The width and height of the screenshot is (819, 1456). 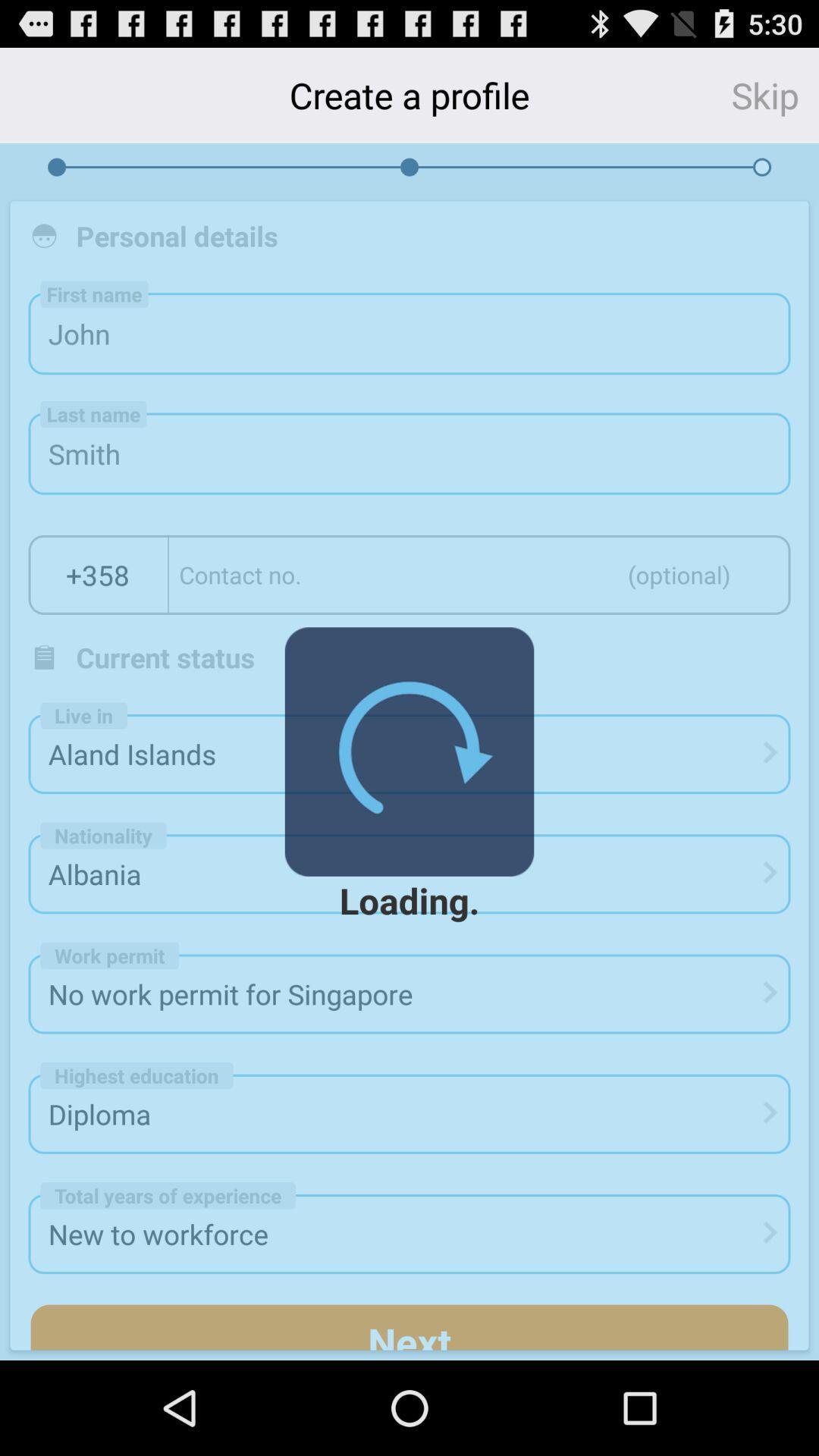 What do you see at coordinates (775, 94) in the screenshot?
I see `the button which is next to the create a profile` at bounding box center [775, 94].